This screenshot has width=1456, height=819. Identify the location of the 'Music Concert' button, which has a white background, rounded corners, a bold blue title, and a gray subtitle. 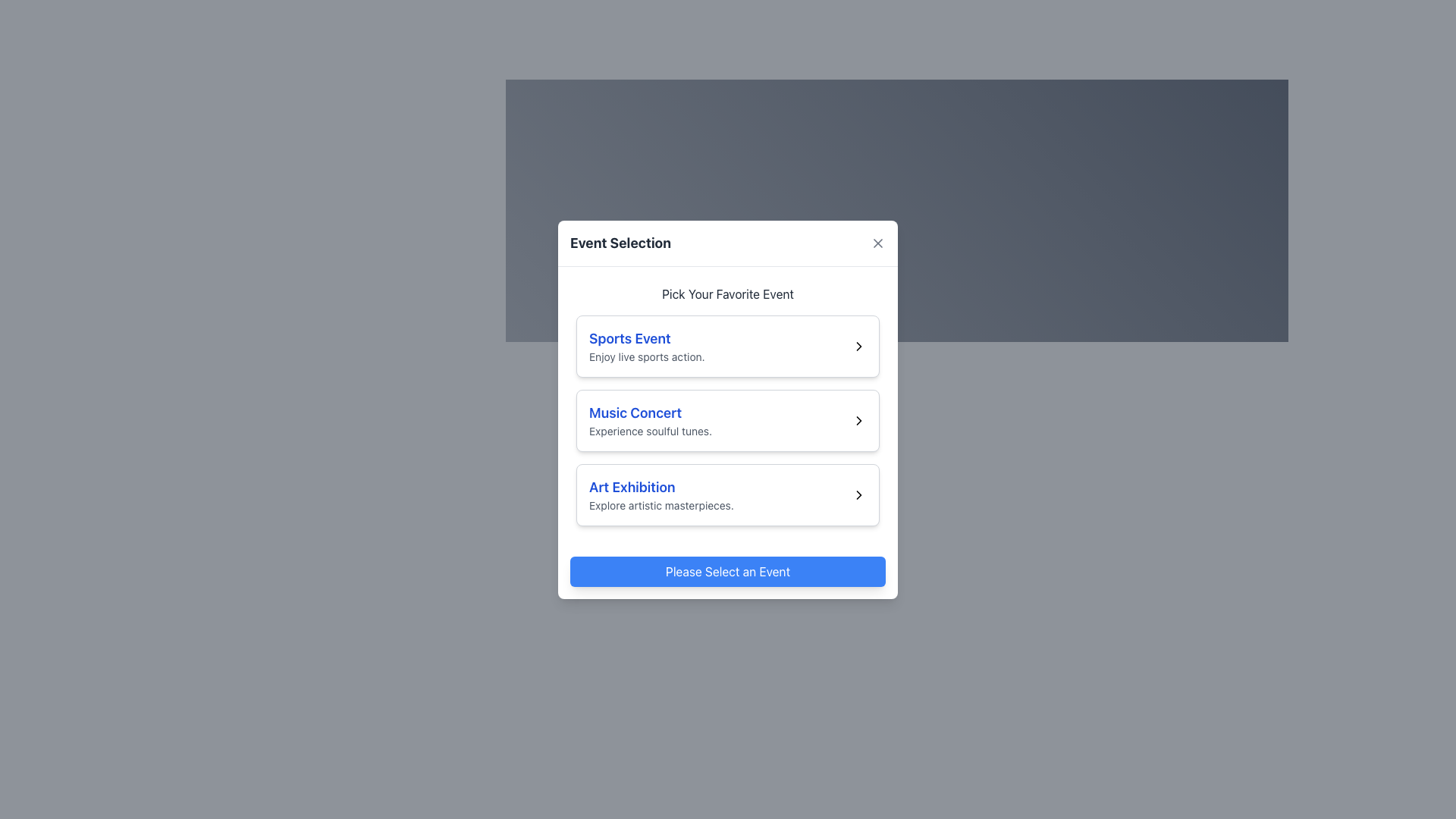
(728, 420).